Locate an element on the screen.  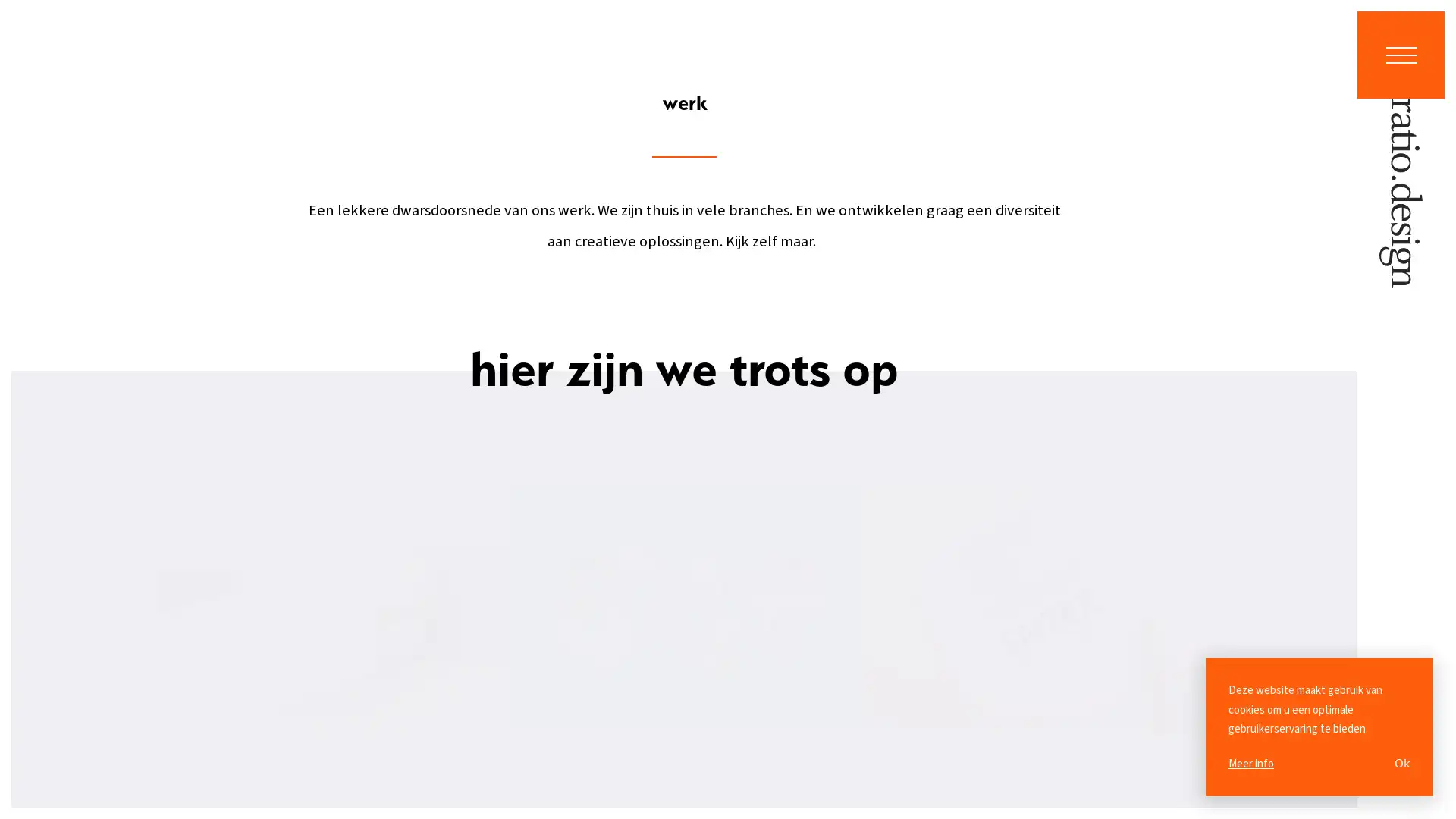
Open menu is located at coordinates (1400, 54).